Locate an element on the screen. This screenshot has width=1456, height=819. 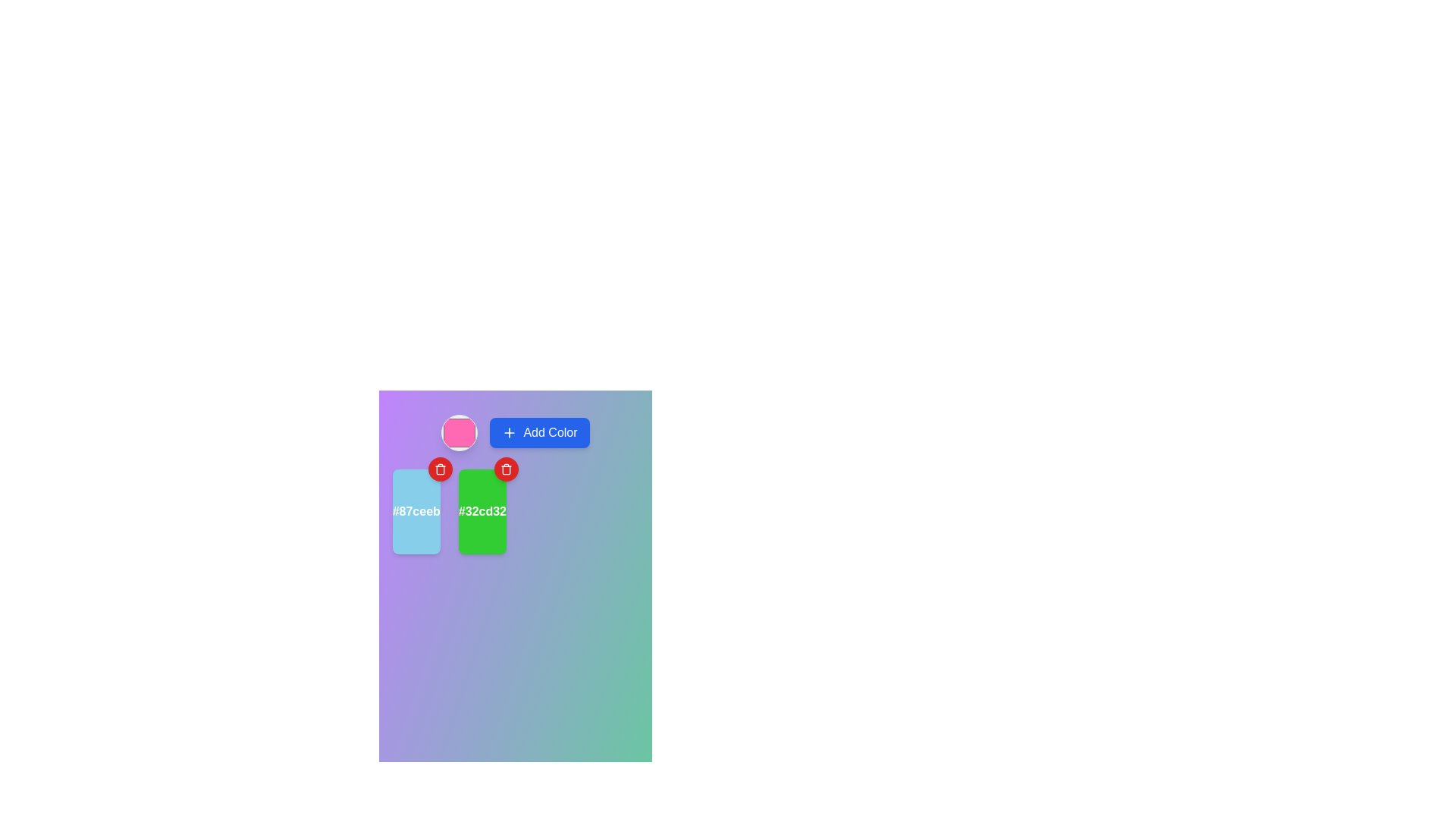
the circular pink button with a raised appearance is located at coordinates (459, 432).